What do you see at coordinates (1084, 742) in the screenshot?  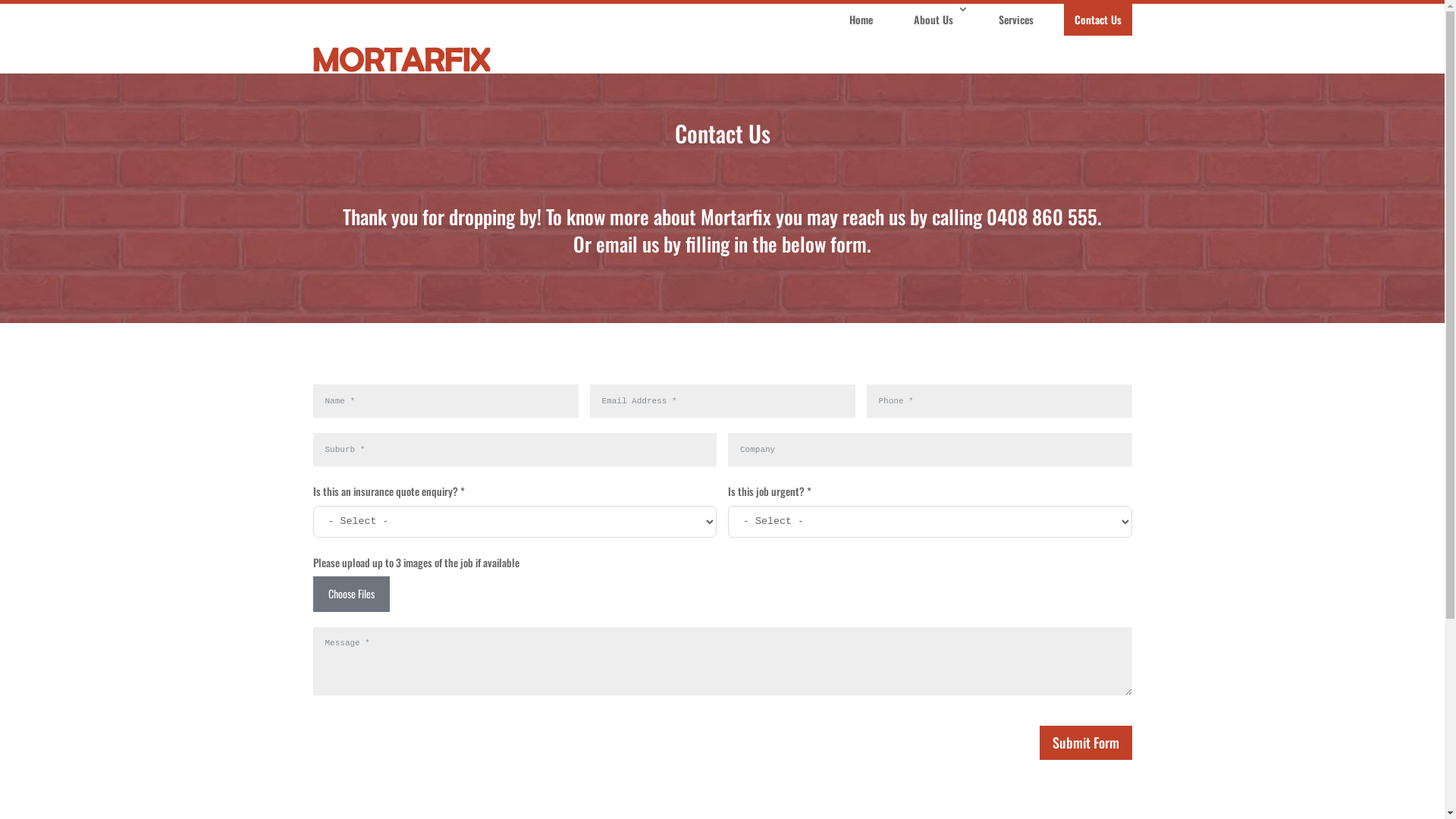 I see `'Submit Form'` at bounding box center [1084, 742].